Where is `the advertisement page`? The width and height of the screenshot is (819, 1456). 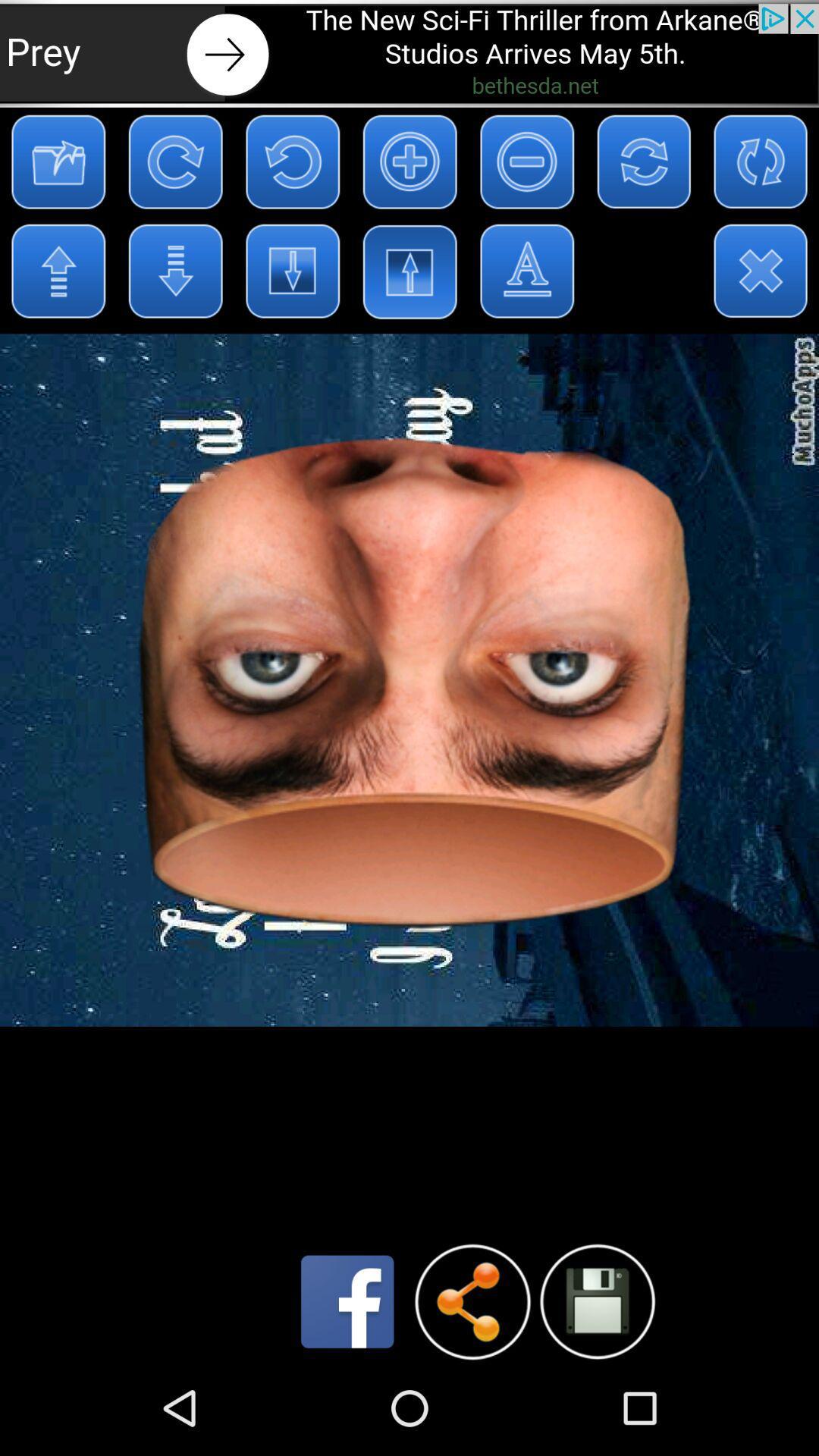 the advertisement page is located at coordinates (409, 53).